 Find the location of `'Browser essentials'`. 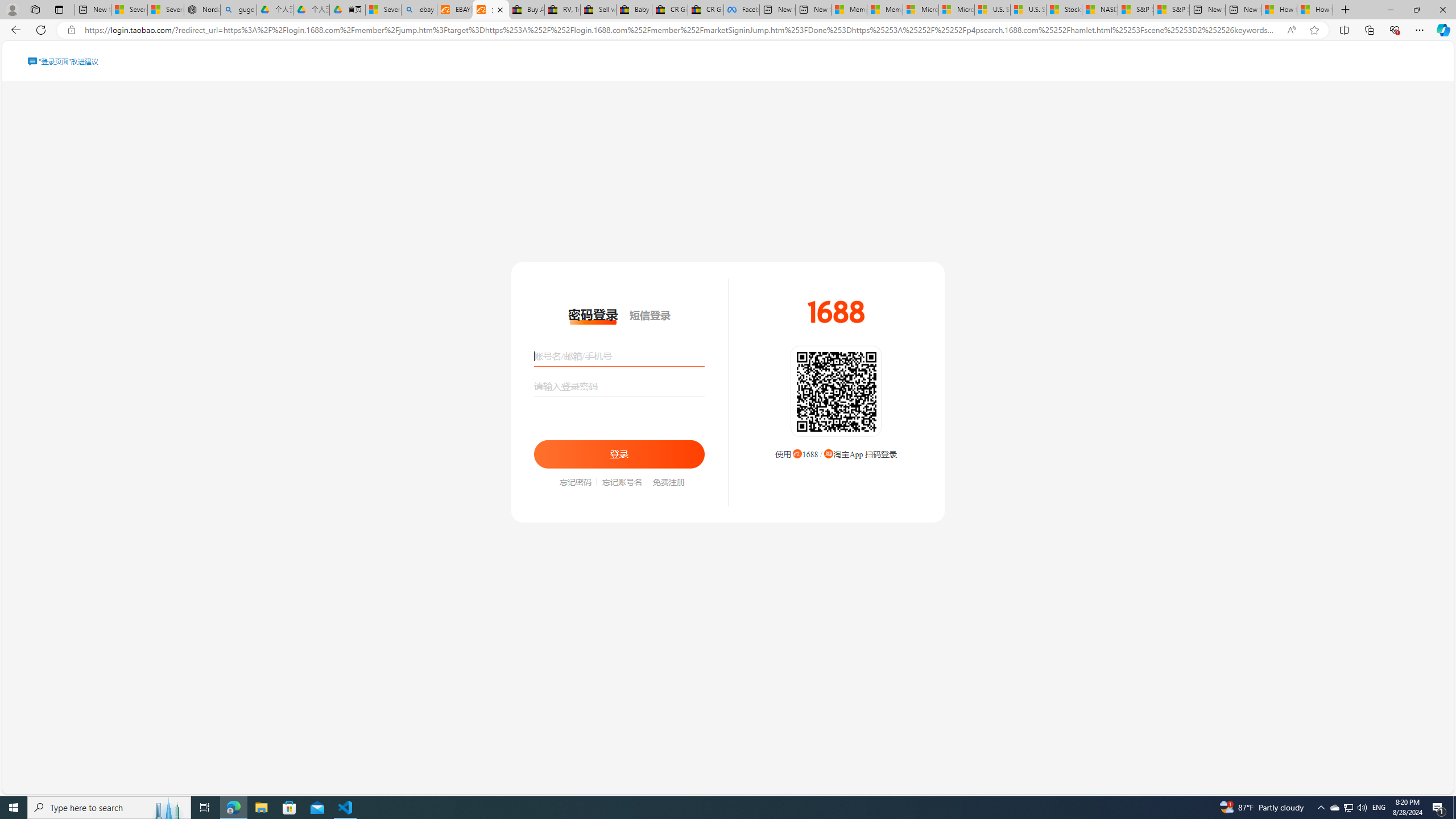

'Browser essentials' is located at coordinates (1394, 29).